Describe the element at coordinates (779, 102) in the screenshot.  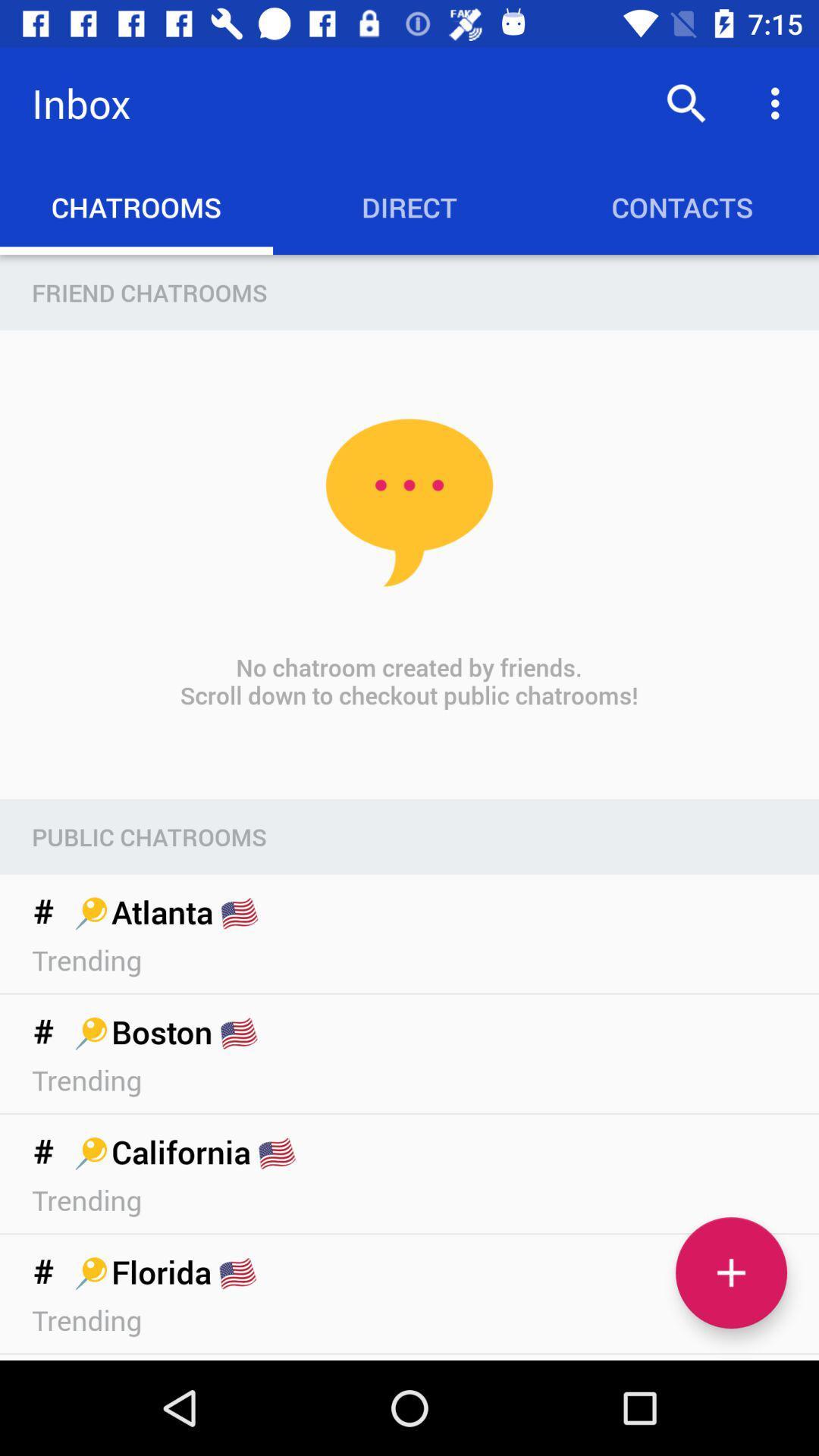
I see `icon above contacts item` at that location.